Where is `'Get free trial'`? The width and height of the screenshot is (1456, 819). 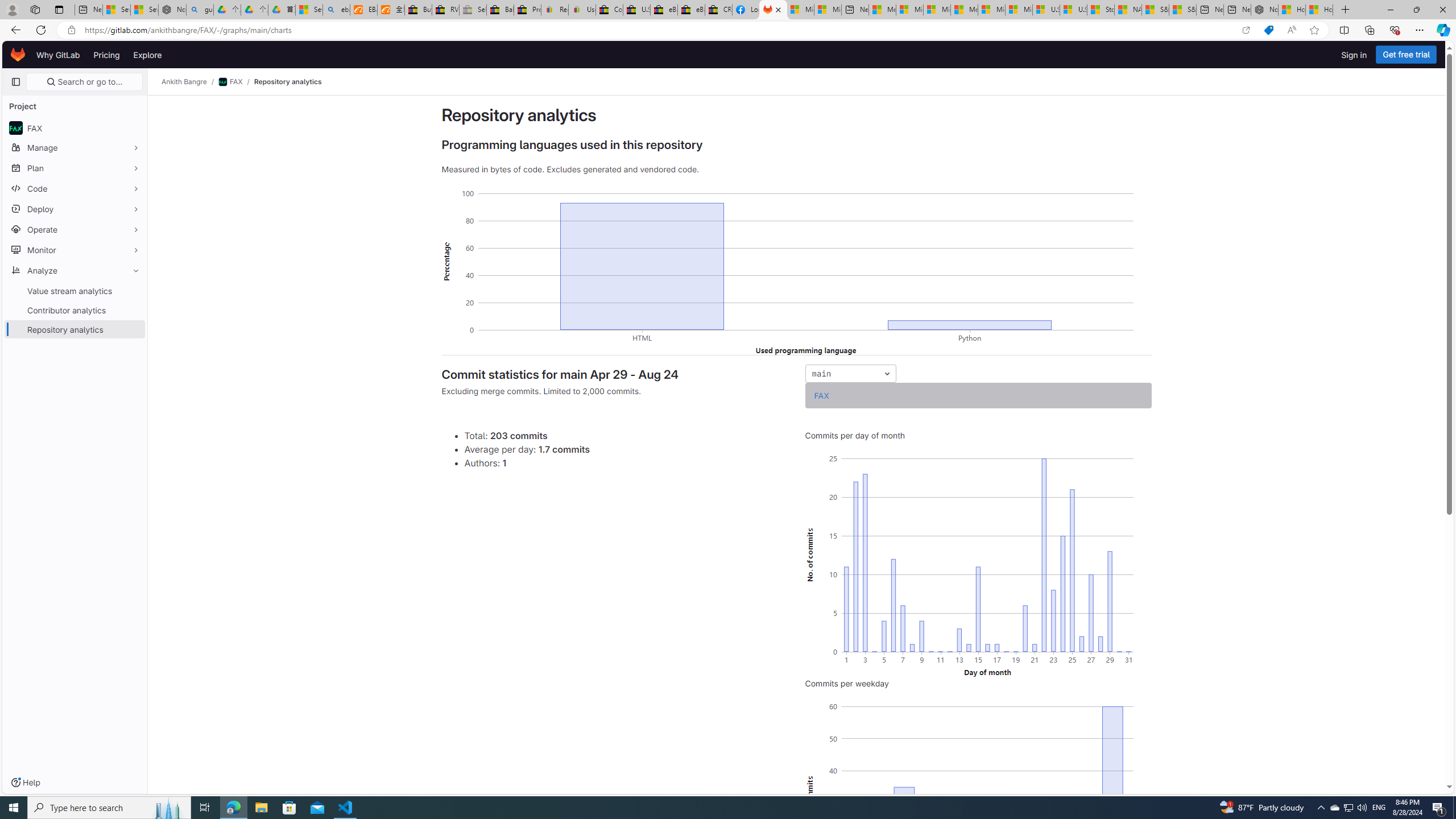 'Get free trial' is located at coordinates (1405, 54).